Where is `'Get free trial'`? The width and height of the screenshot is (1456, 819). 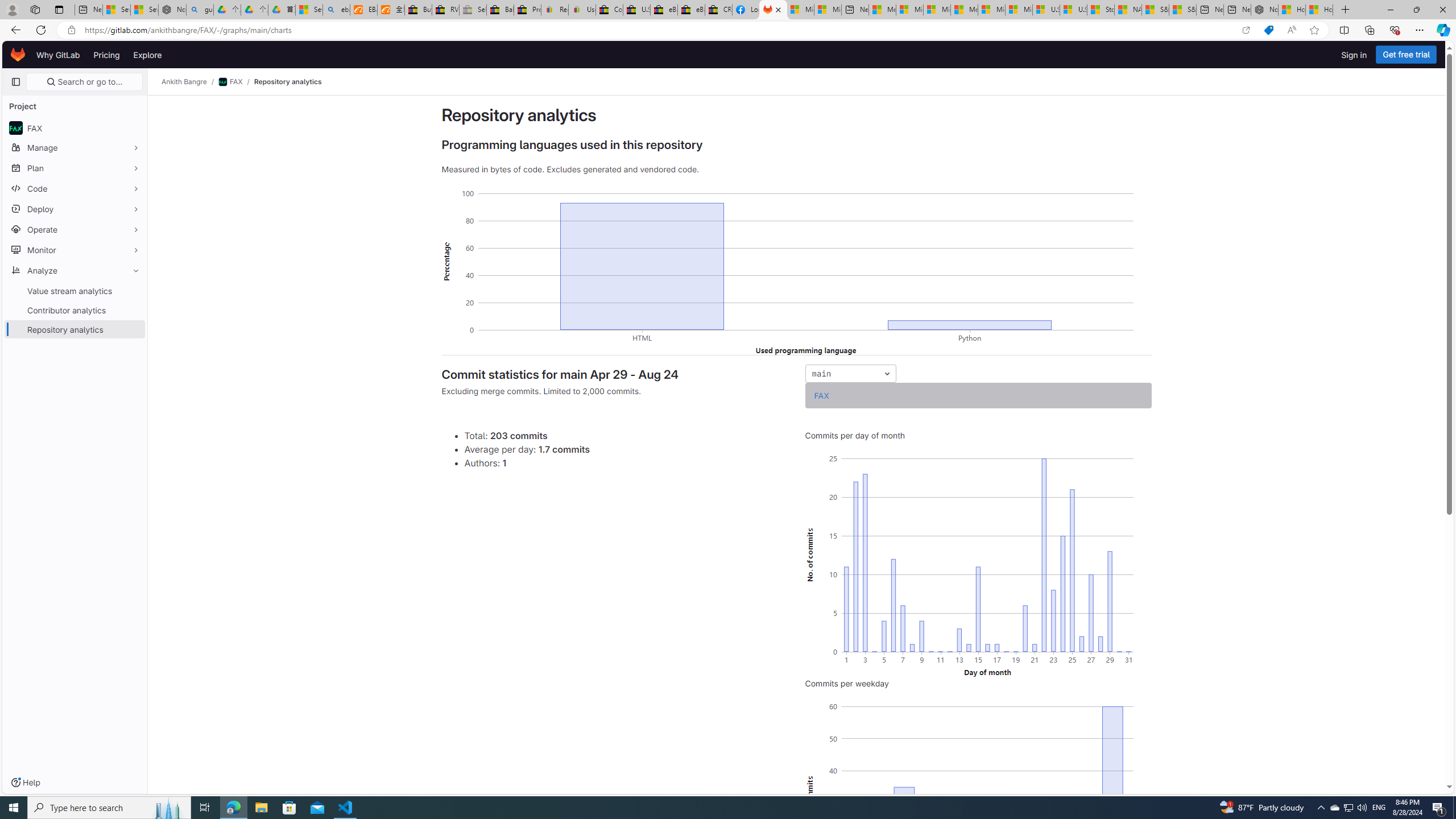 'Get free trial' is located at coordinates (1405, 54).